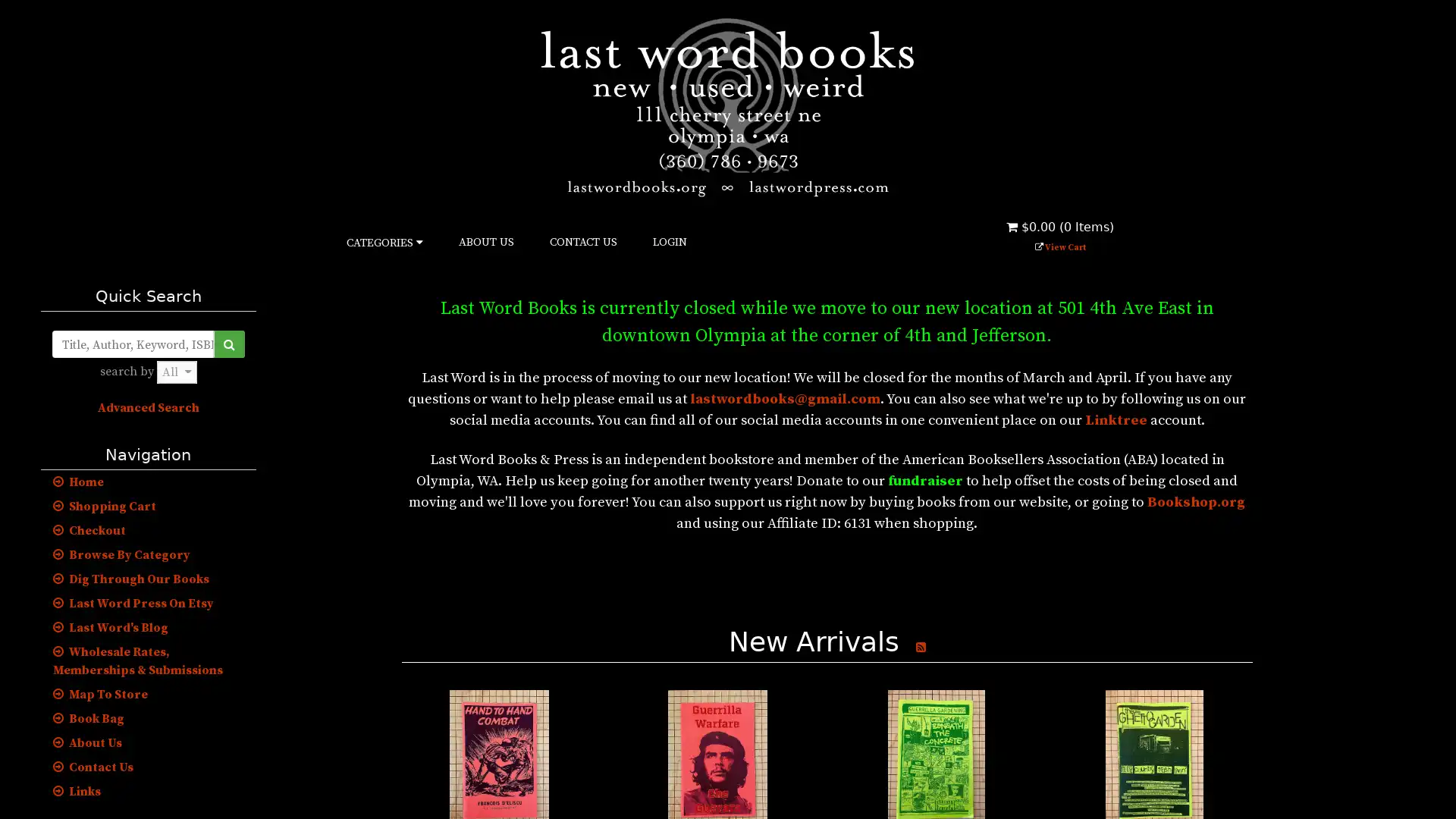 The height and width of the screenshot is (819, 1456). I want to click on All, so click(176, 372).